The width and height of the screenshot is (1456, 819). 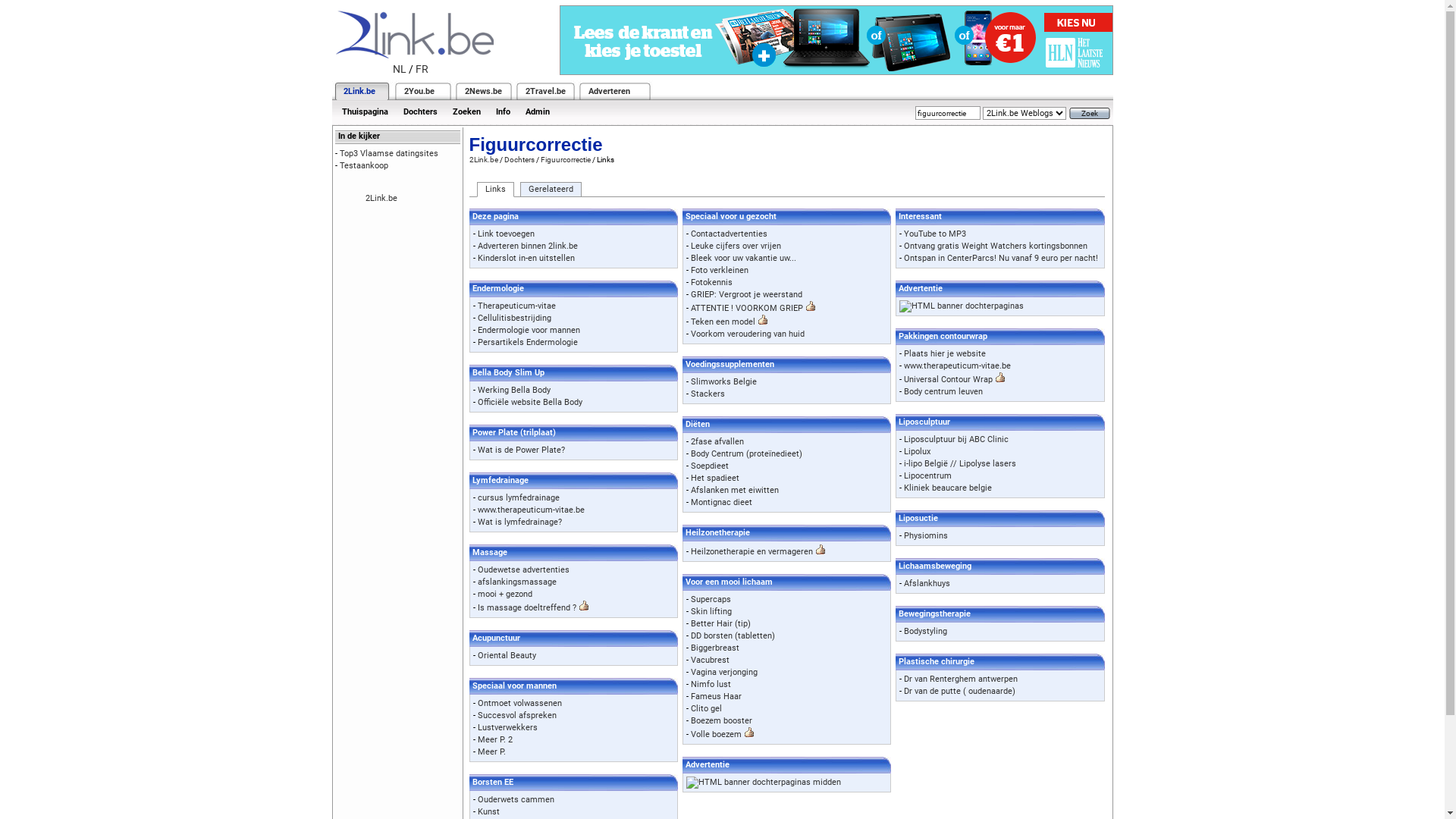 What do you see at coordinates (903, 691) in the screenshot?
I see `'Dr van de putte ( oudenaarde)'` at bounding box center [903, 691].